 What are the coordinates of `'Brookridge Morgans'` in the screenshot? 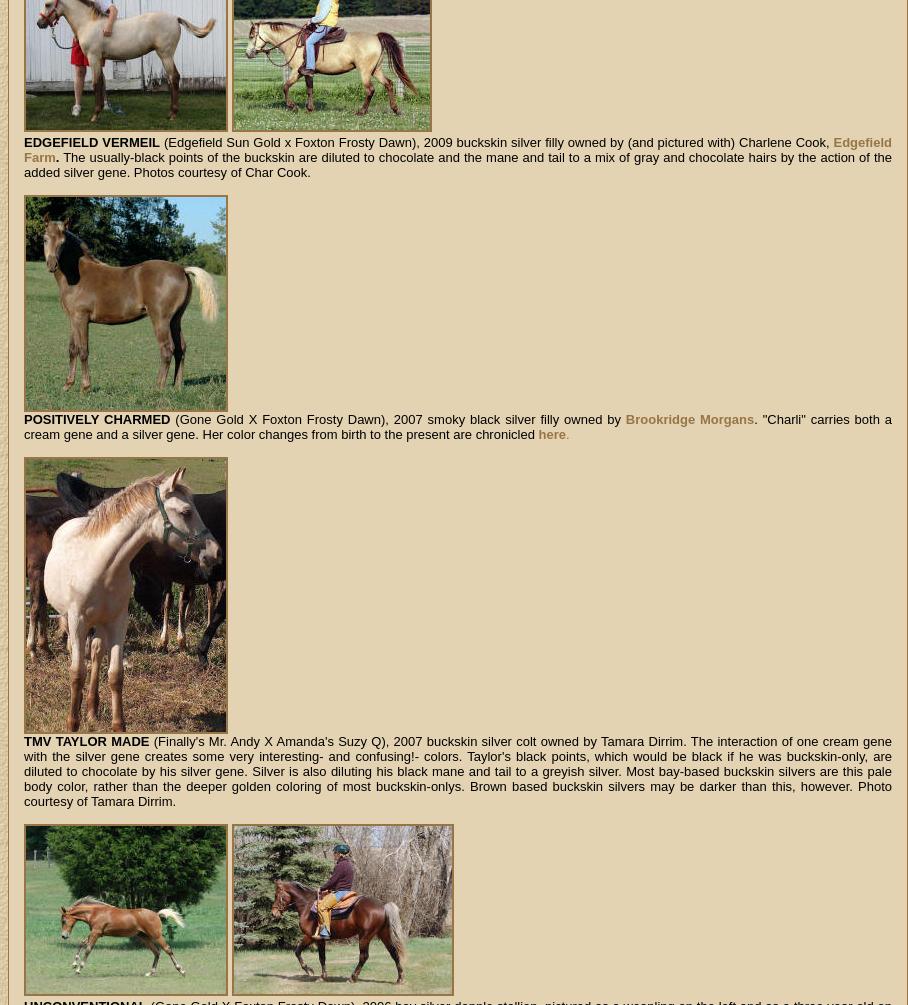 It's located at (623, 419).